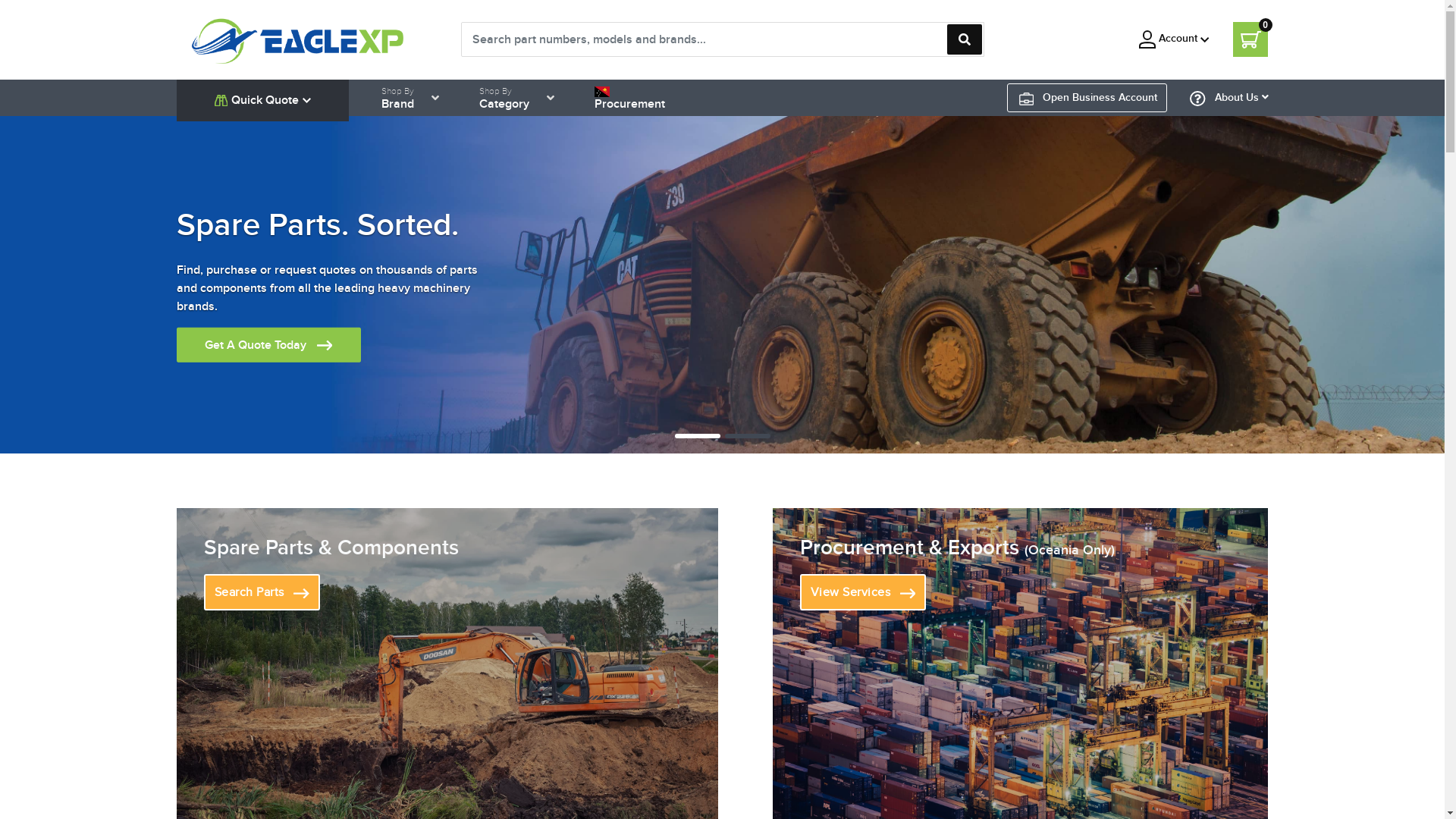 Image resolution: width=1456 pixels, height=819 pixels. I want to click on 'Shop By, so click(504, 97).